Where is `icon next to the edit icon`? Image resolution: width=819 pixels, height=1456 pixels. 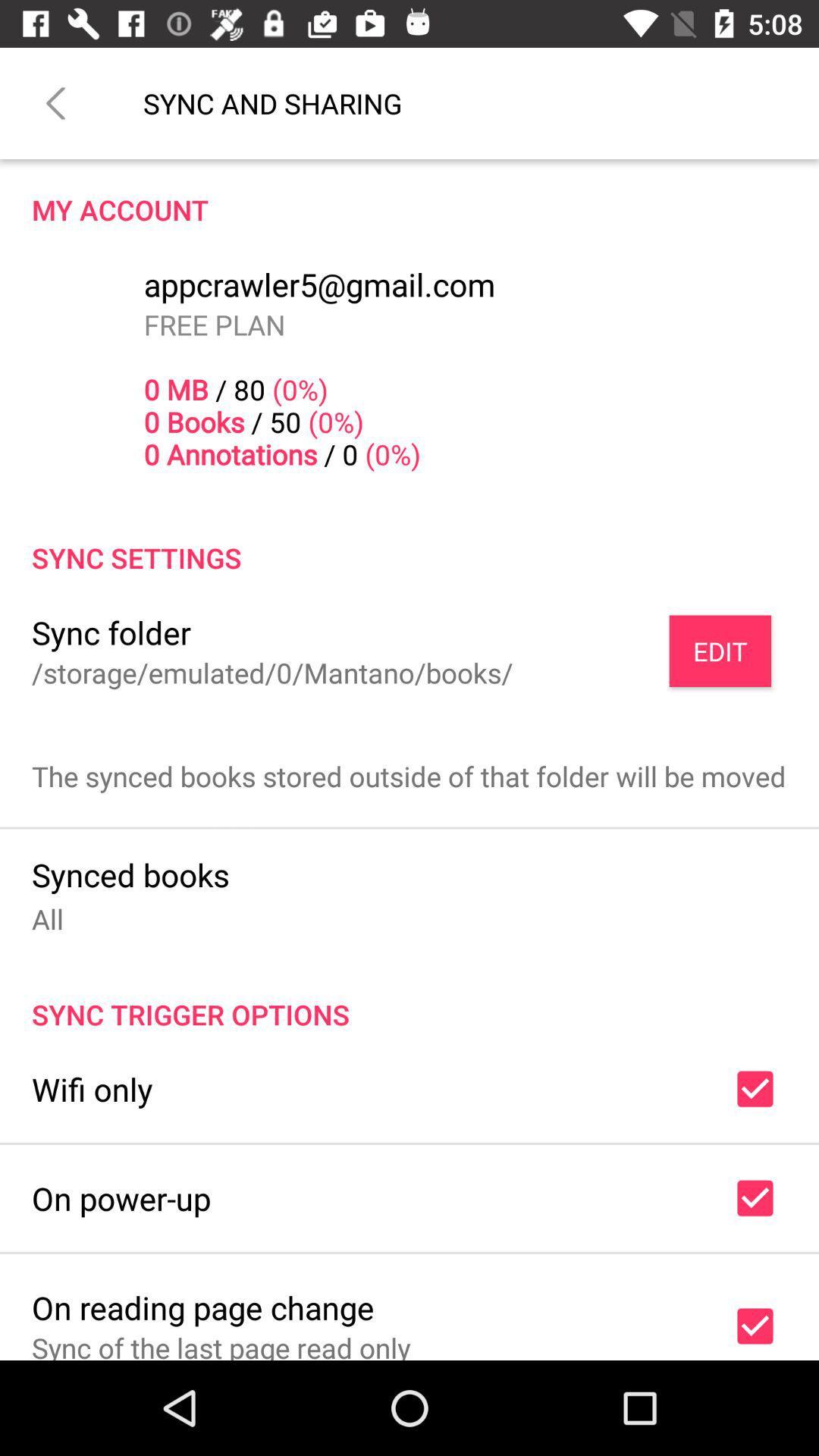
icon next to the edit icon is located at coordinates (110, 632).